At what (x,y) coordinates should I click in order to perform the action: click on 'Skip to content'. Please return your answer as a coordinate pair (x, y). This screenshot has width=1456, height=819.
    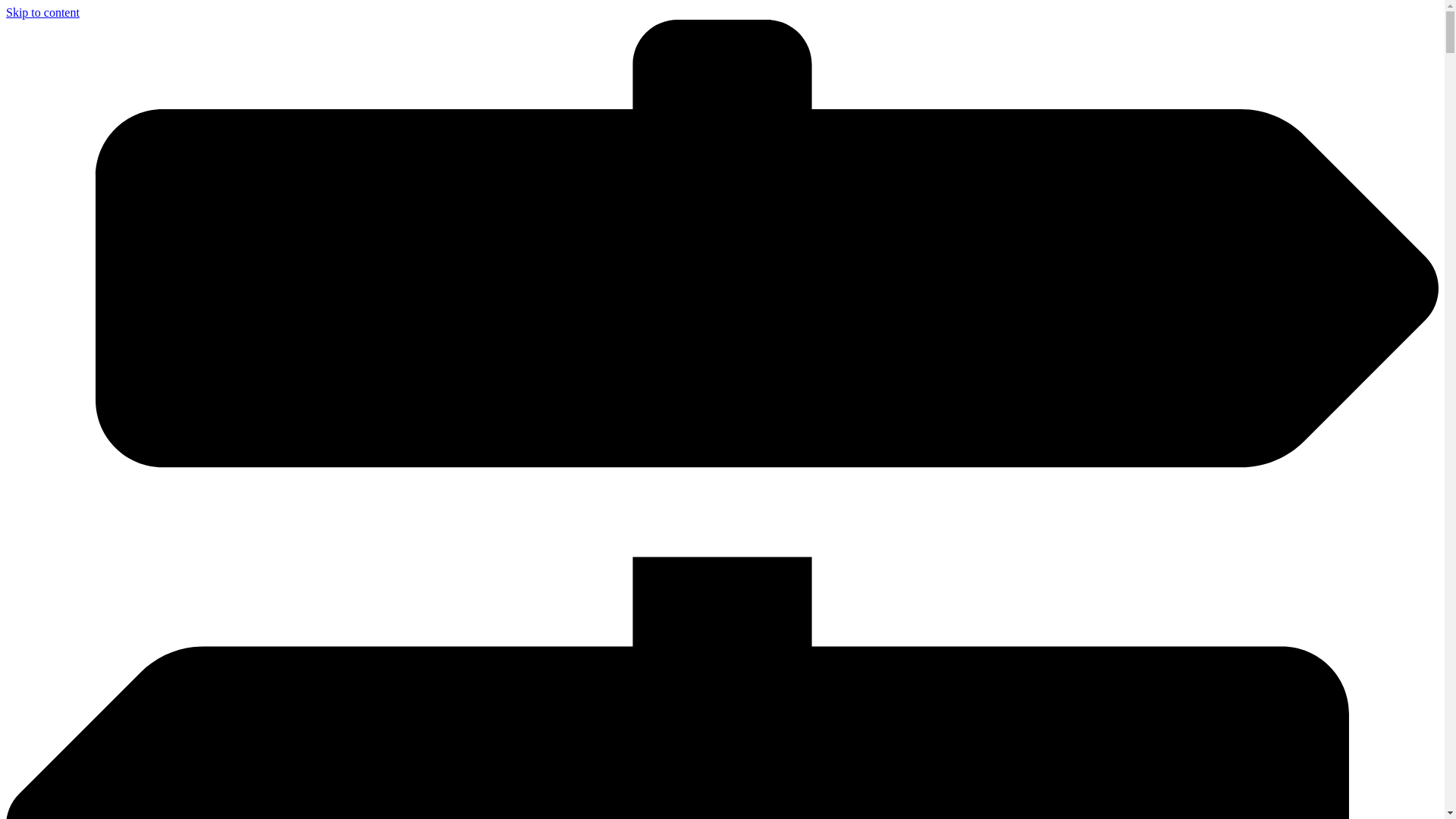
    Looking at the image, I should click on (42, 12).